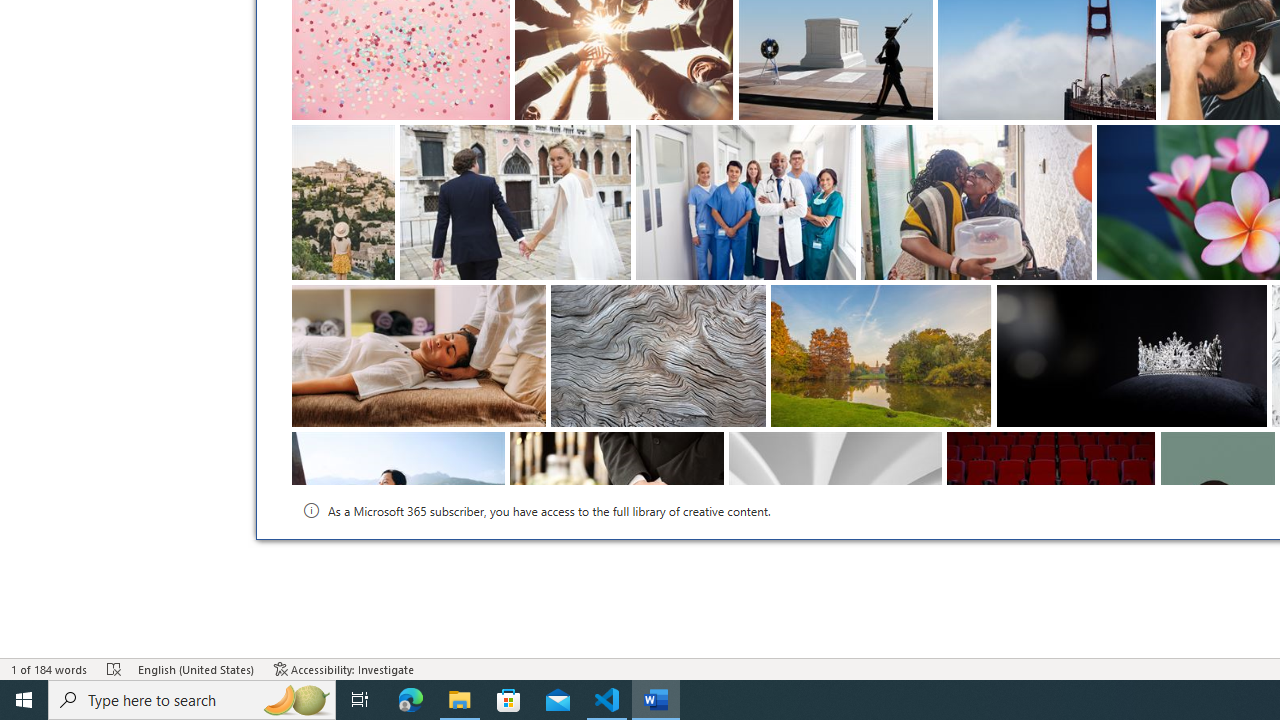 Image resolution: width=1280 pixels, height=720 pixels. Describe the element at coordinates (294, 698) in the screenshot. I see `'Search highlights icon opens search home window'` at that location.